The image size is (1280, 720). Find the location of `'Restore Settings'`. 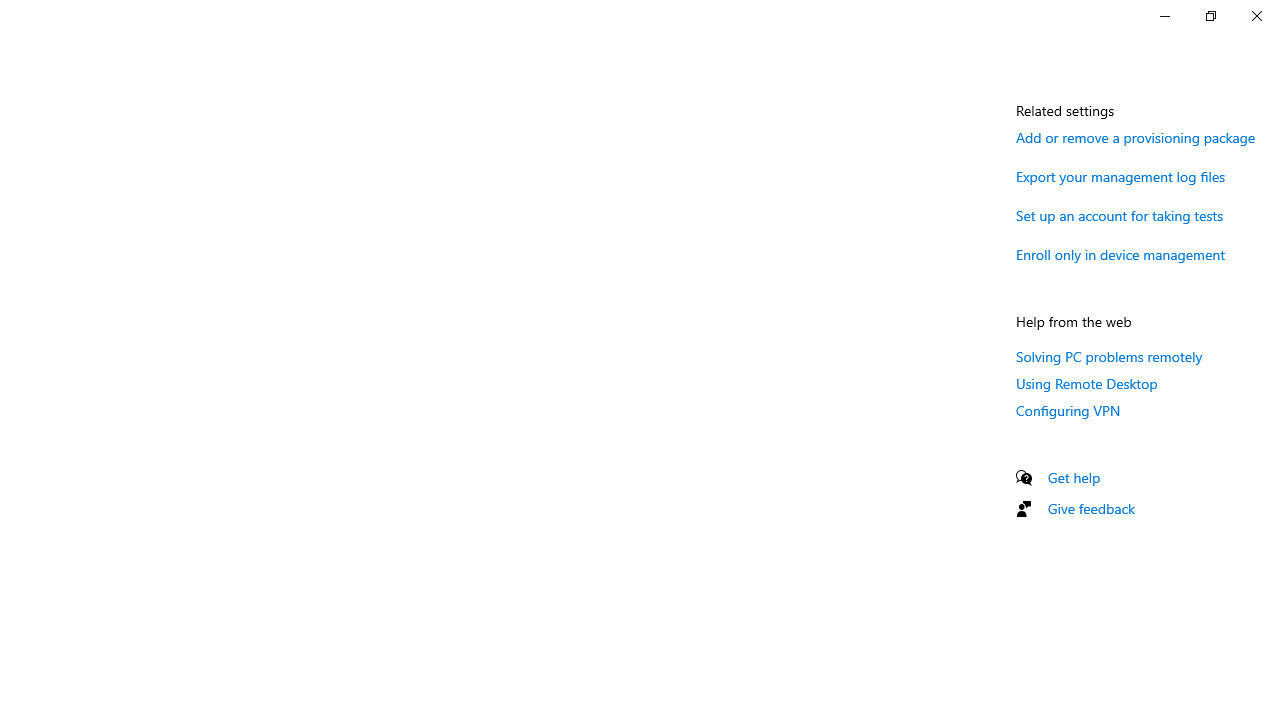

'Restore Settings' is located at coordinates (1209, 15).